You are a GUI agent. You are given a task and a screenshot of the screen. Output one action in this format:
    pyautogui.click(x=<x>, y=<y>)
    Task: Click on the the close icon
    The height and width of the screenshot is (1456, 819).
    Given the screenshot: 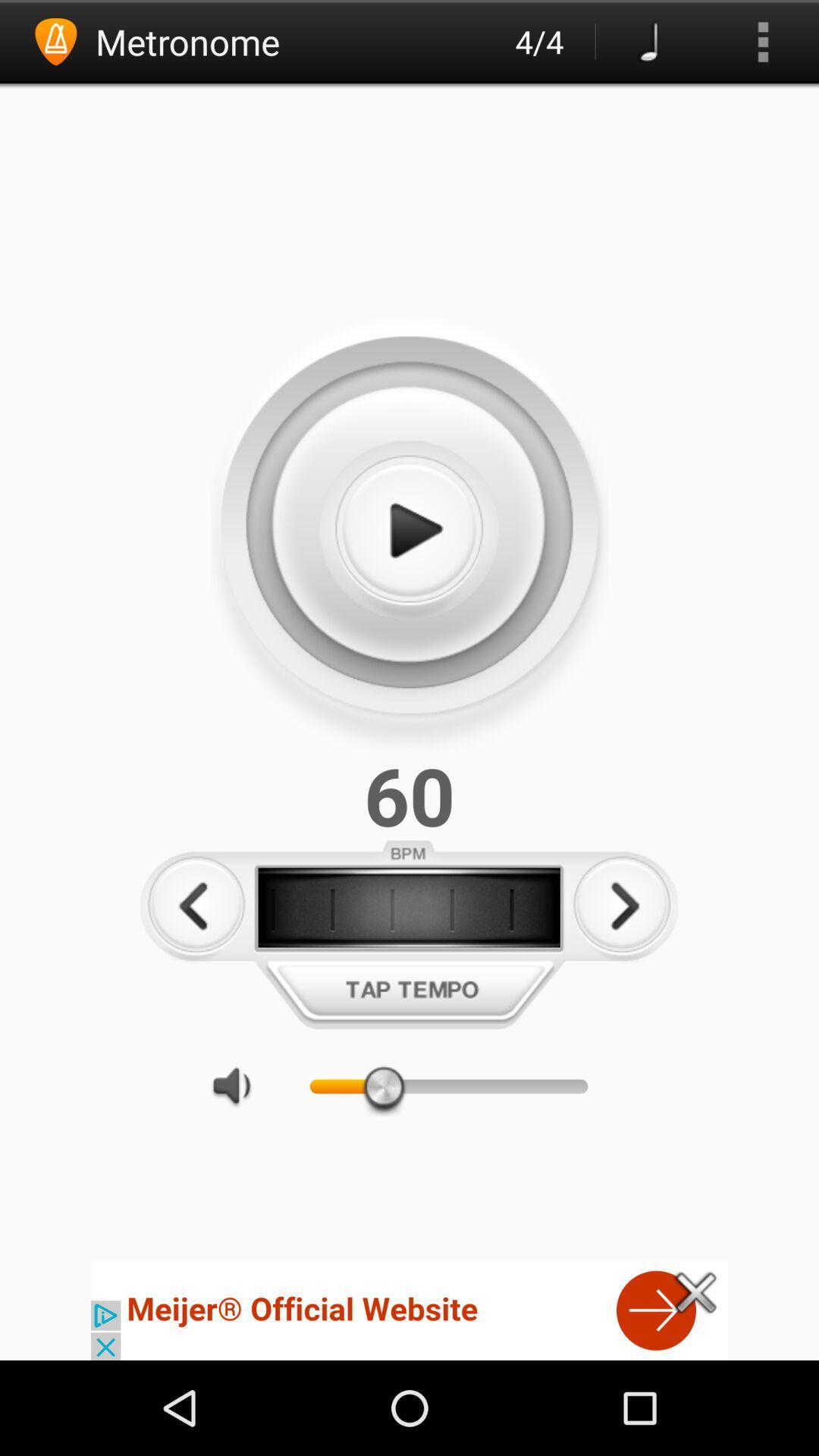 What is the action you would take?
    pyautogui.click(x=696, y=1383)
    